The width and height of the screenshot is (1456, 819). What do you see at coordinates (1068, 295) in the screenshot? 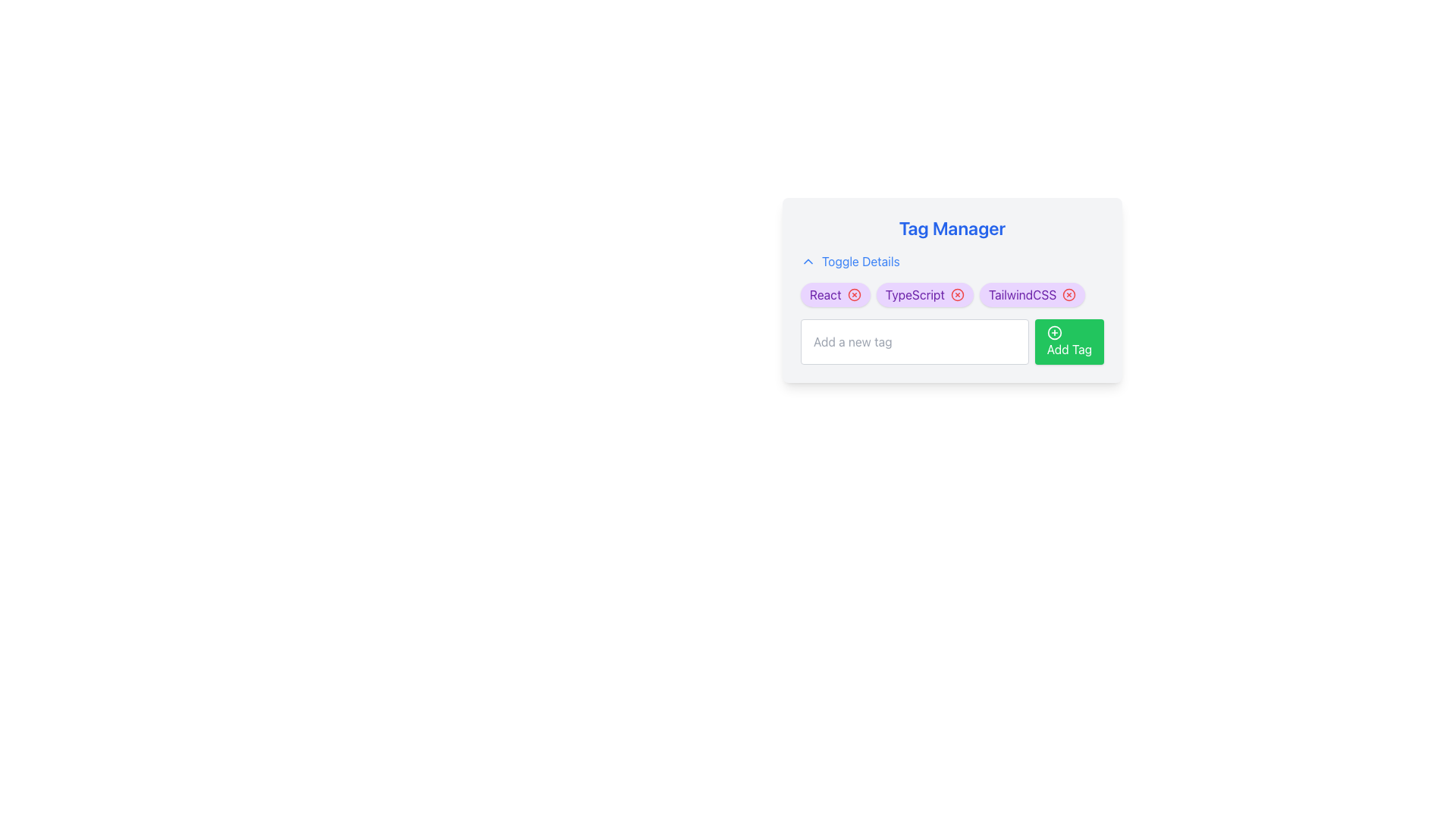
I see `the circular graphic with a red tint in the top right corner of the 'TailwindCSS' tag within the 'Tag Manager' interface` at bounding box center [1068, 295].